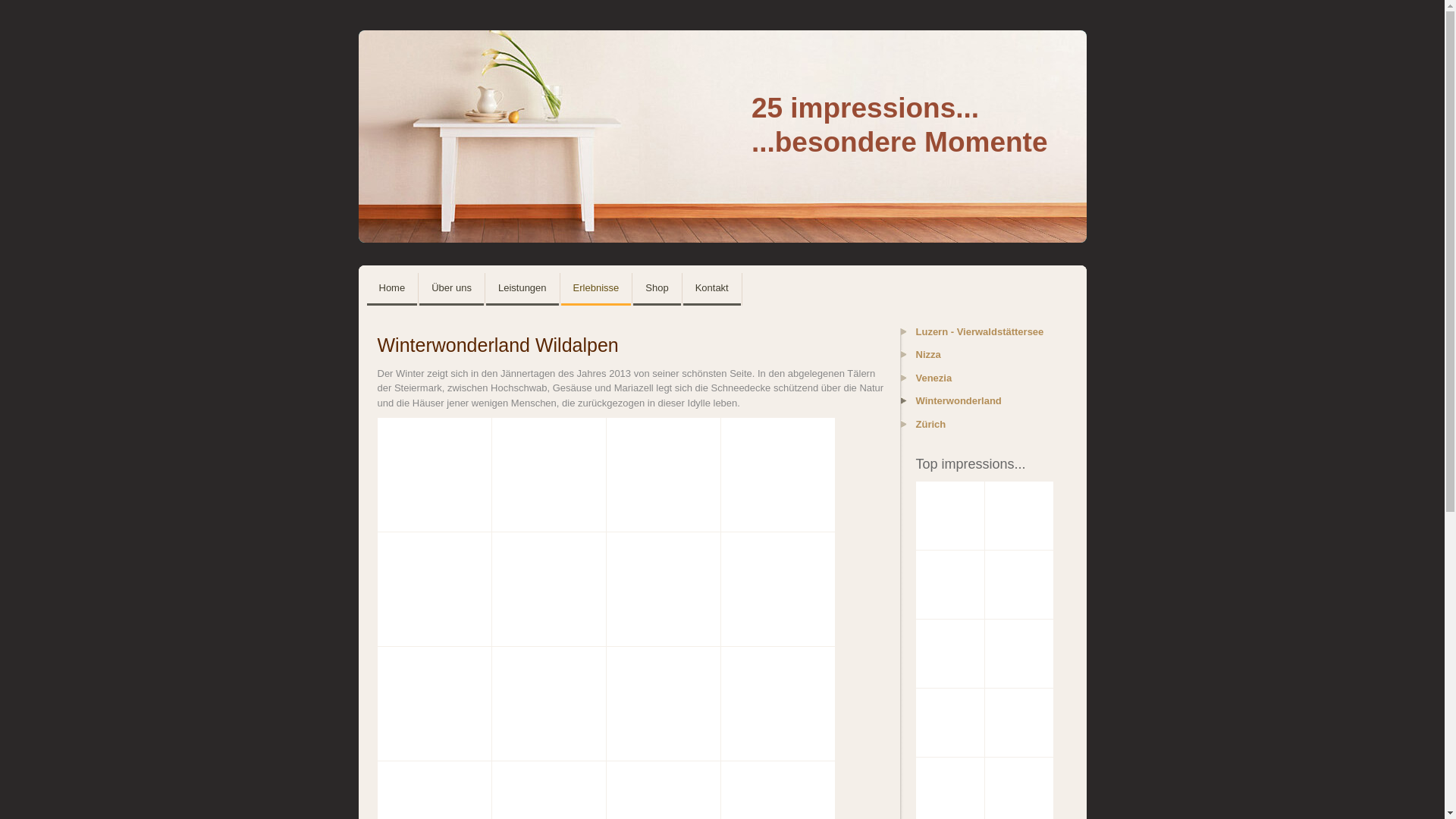 Image resolution: width=1456 pixels, height=819 pixels. Describe the element at coordinates (367, 289) in the screenshot. I see `'Home'` at that location.